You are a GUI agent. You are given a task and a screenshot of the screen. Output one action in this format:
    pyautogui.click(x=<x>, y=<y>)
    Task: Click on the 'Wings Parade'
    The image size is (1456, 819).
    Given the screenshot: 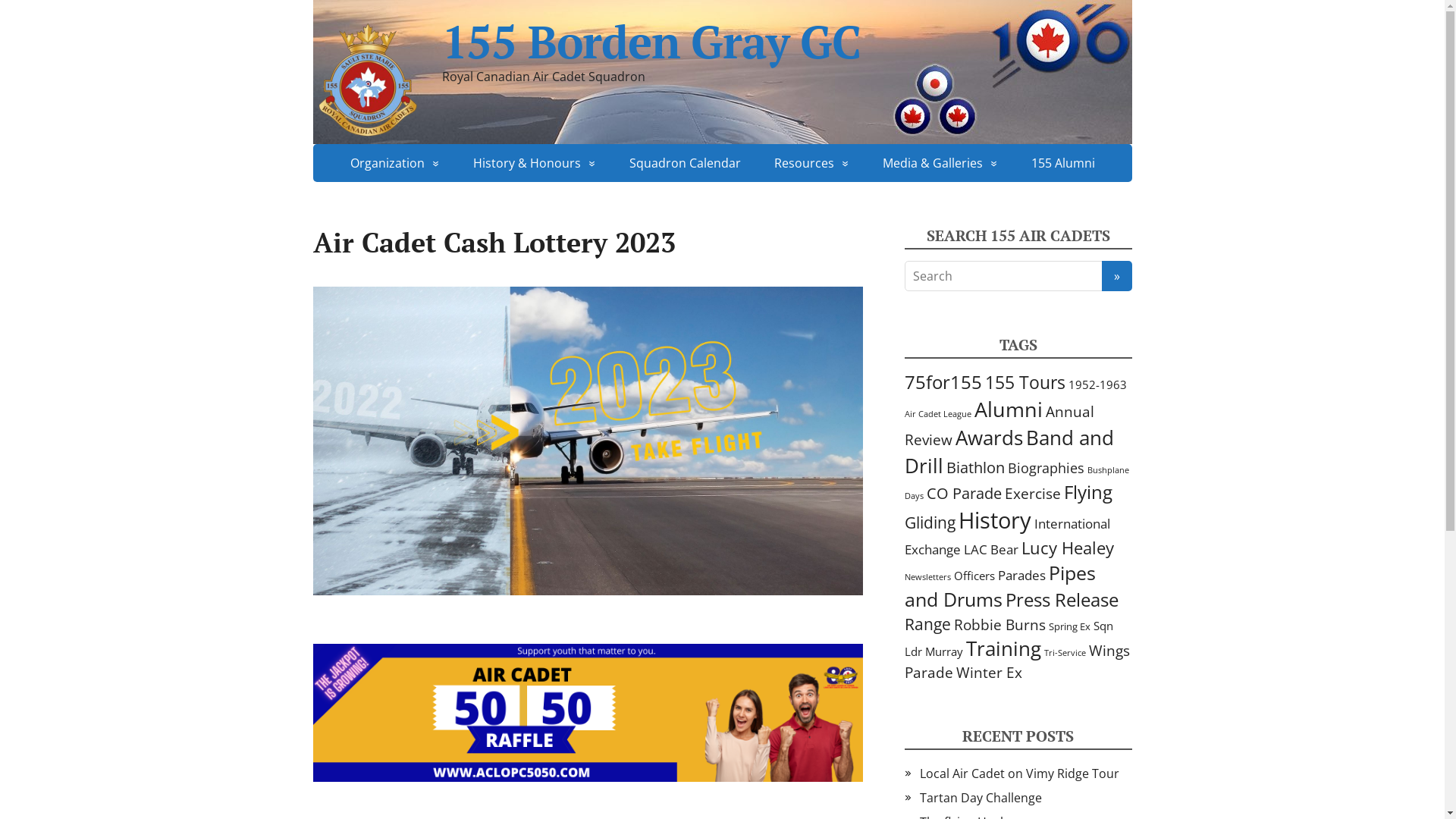 What is the action you would take?
    pyautogui.click(x=1016, y=660)
    